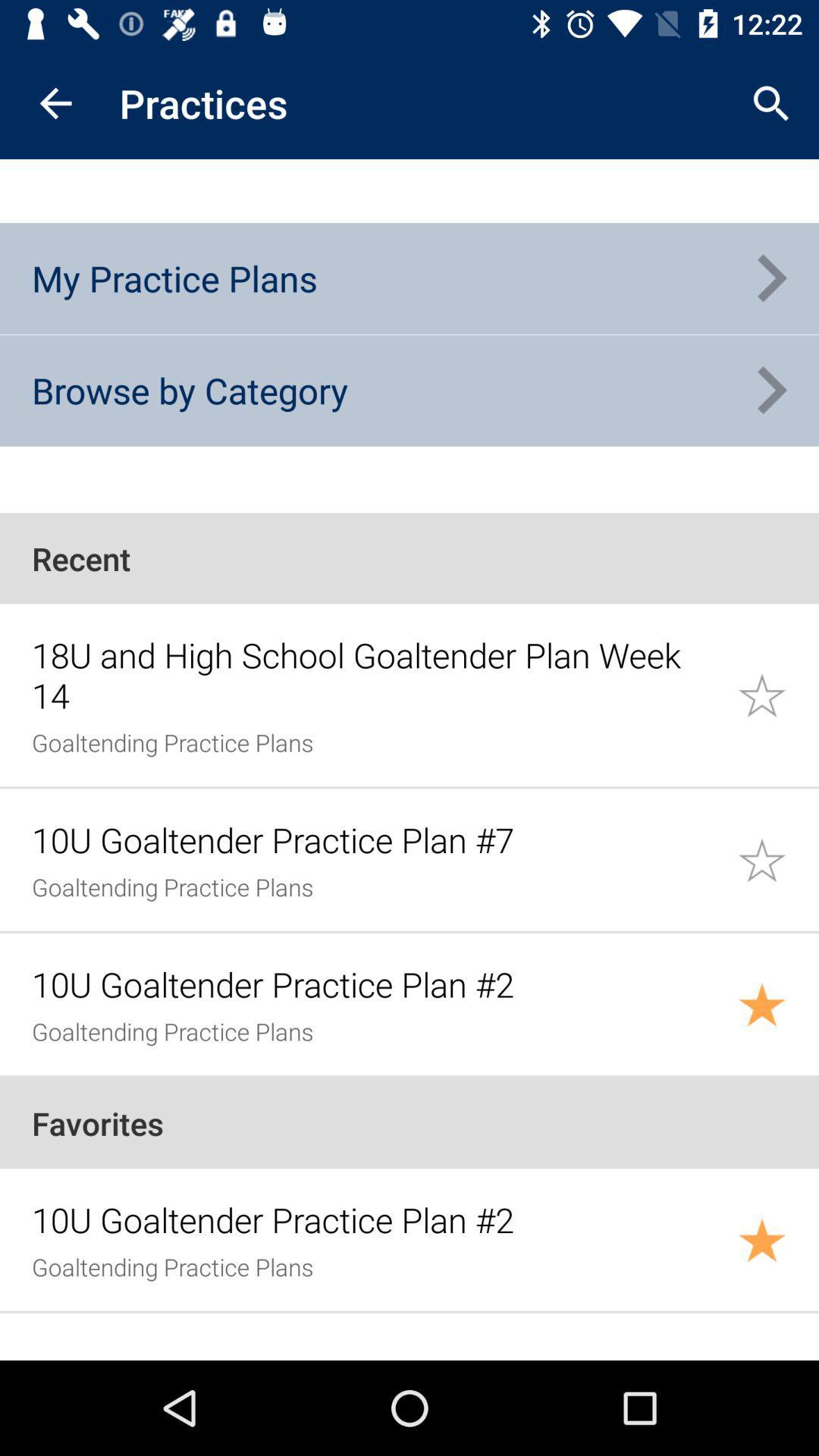 The height and width of the screenshot is (1456, 819). I want to click on added to favorites, so click(778, 1240).